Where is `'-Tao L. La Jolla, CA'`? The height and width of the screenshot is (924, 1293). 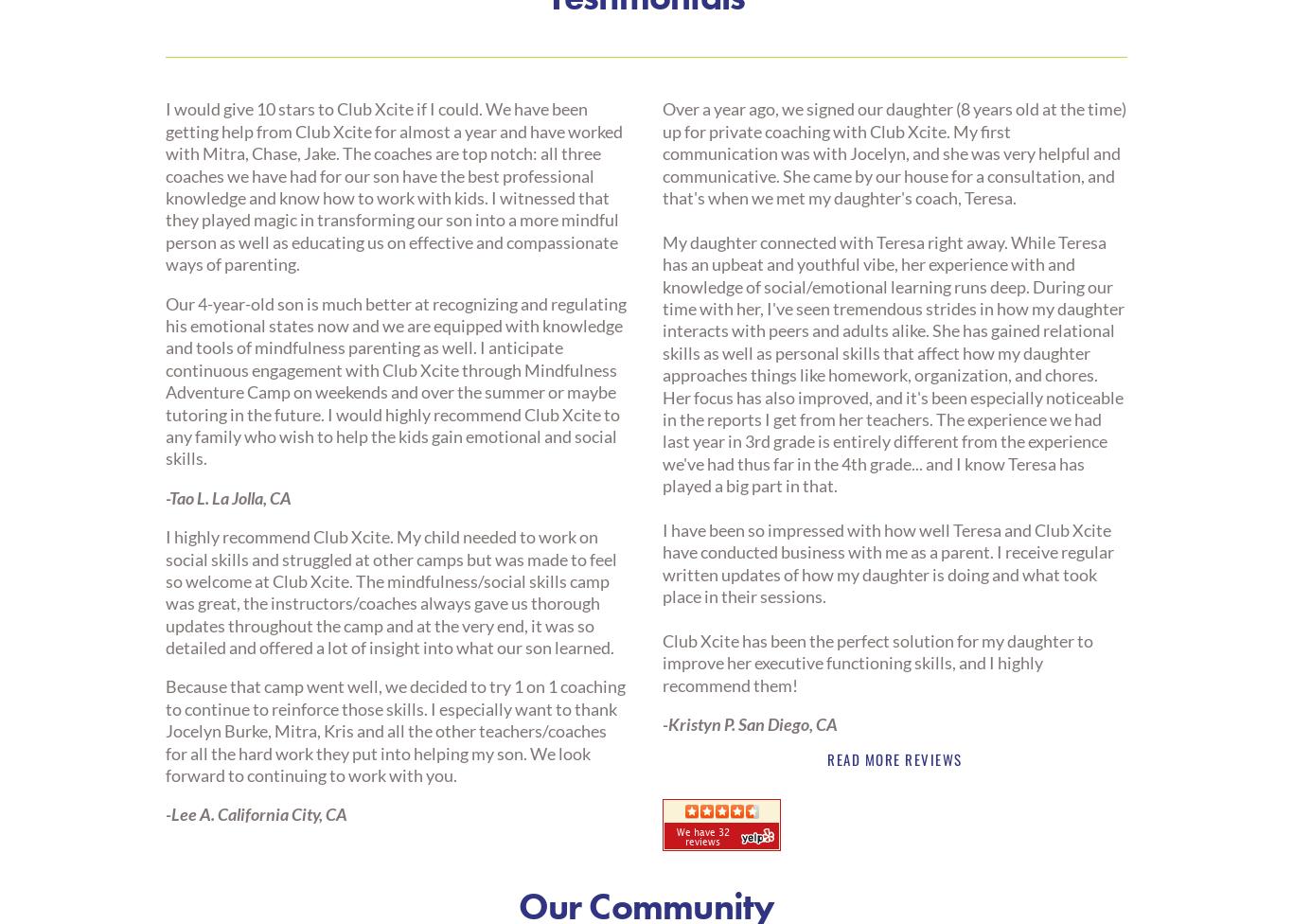
'-Tao L. La Jolla, CA' is located at coordinates (228, 496).